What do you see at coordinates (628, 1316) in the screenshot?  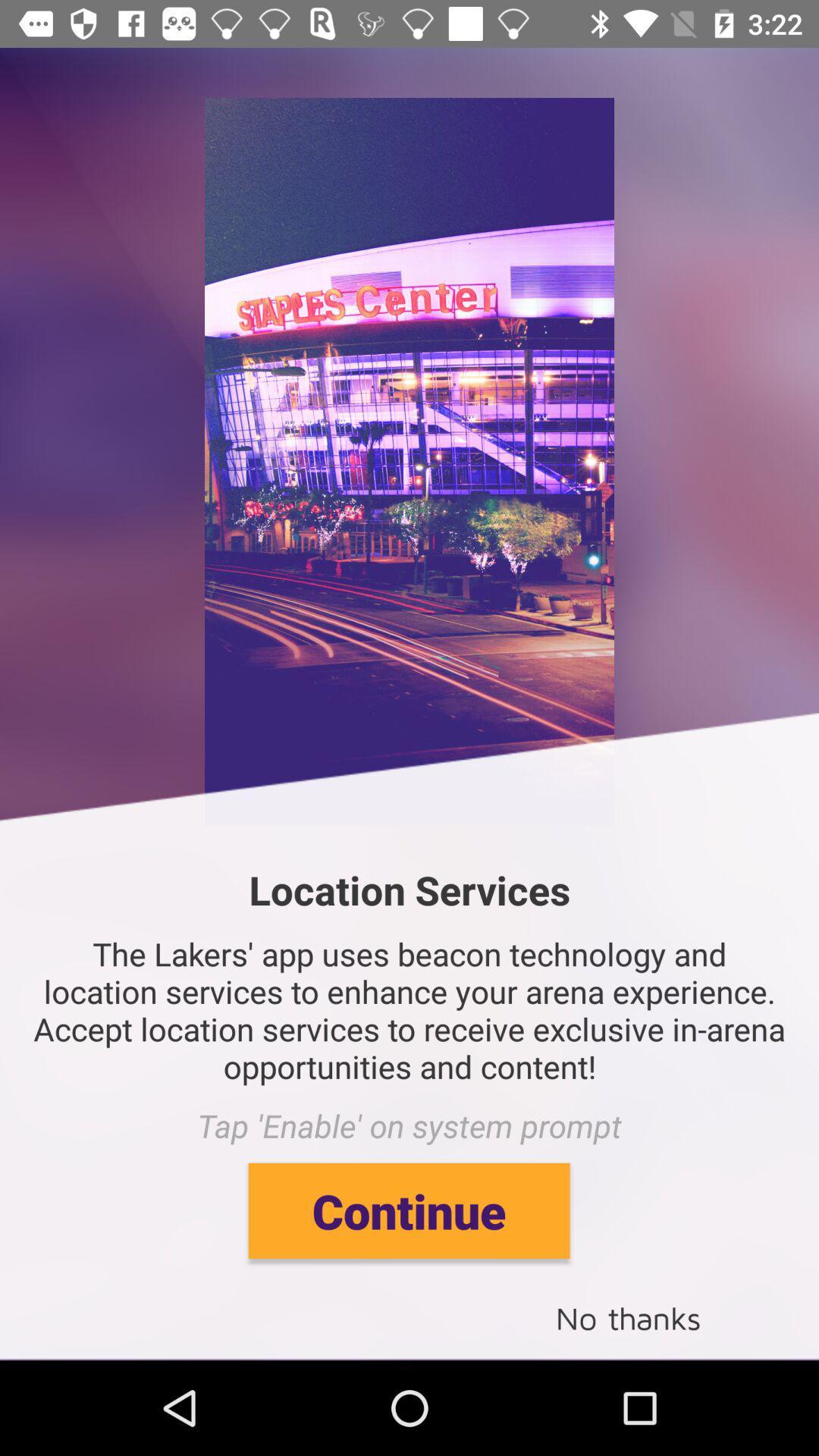 I see `the icon at the bottom right corner` at bounding box center [628, 1316].